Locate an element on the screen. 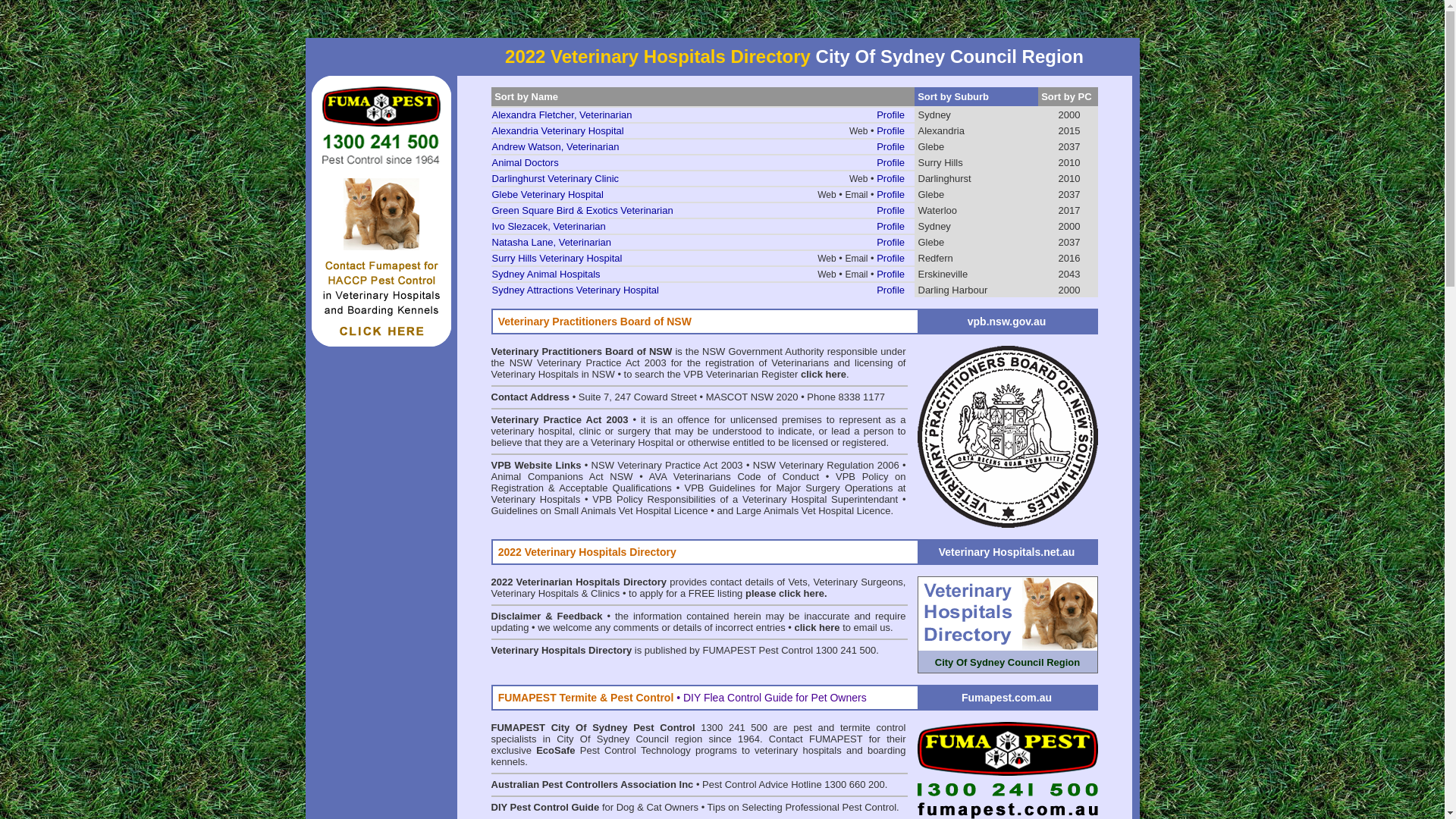 The image size is (1456, 819). 'Sort by Name' is located at coordinates (526, 96).